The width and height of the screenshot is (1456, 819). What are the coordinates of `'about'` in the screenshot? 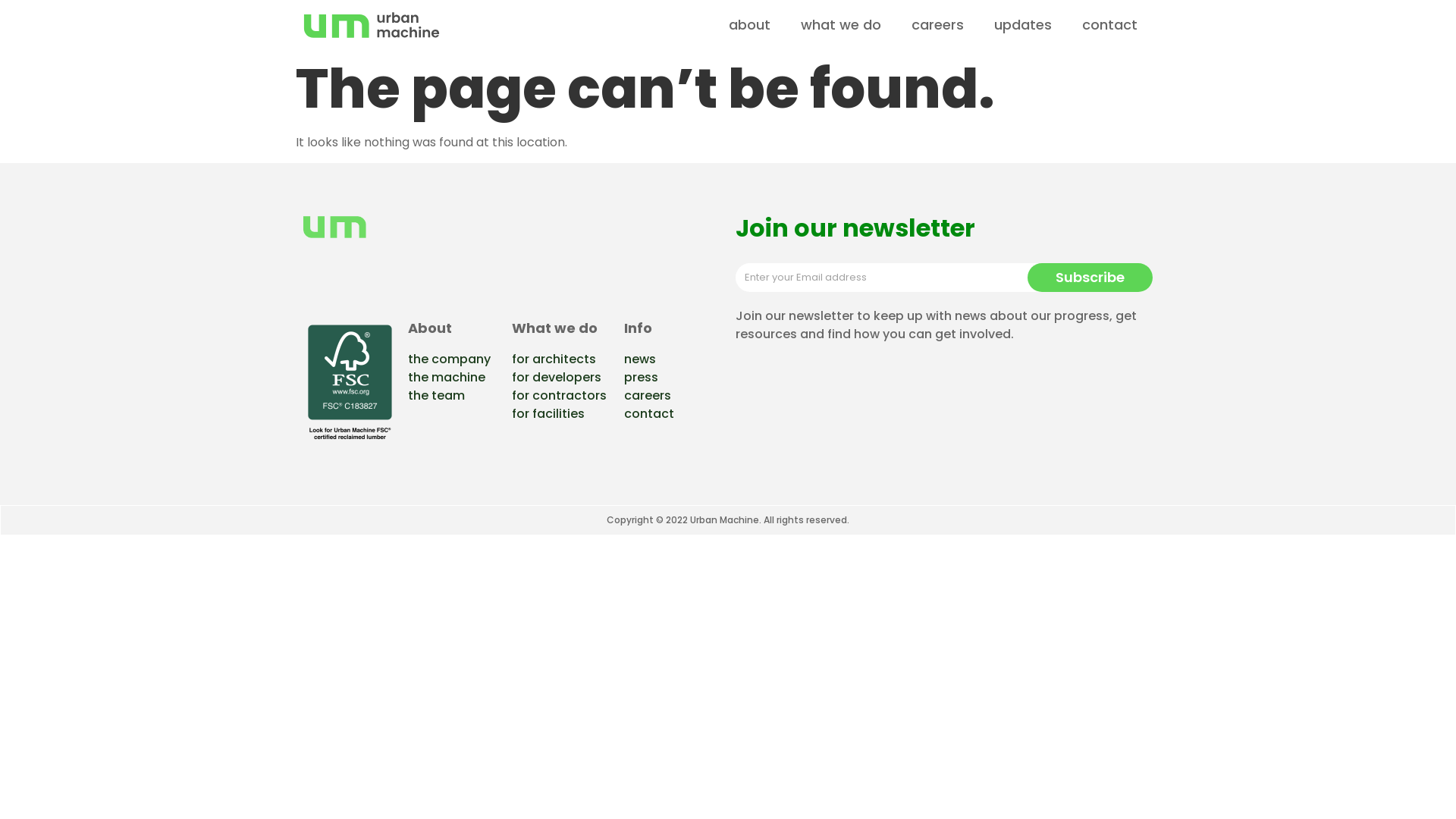 It's located at (749, 25).